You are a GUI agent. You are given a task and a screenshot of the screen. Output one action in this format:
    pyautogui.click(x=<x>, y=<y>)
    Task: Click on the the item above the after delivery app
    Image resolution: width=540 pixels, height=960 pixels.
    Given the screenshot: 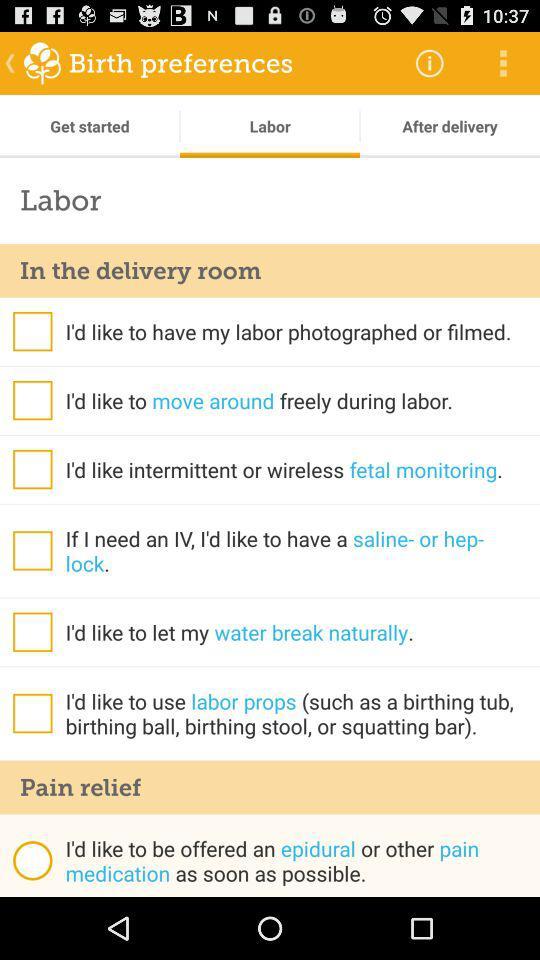 What is the action you would take?
    pyautogui.click(x=428, y=62)
    